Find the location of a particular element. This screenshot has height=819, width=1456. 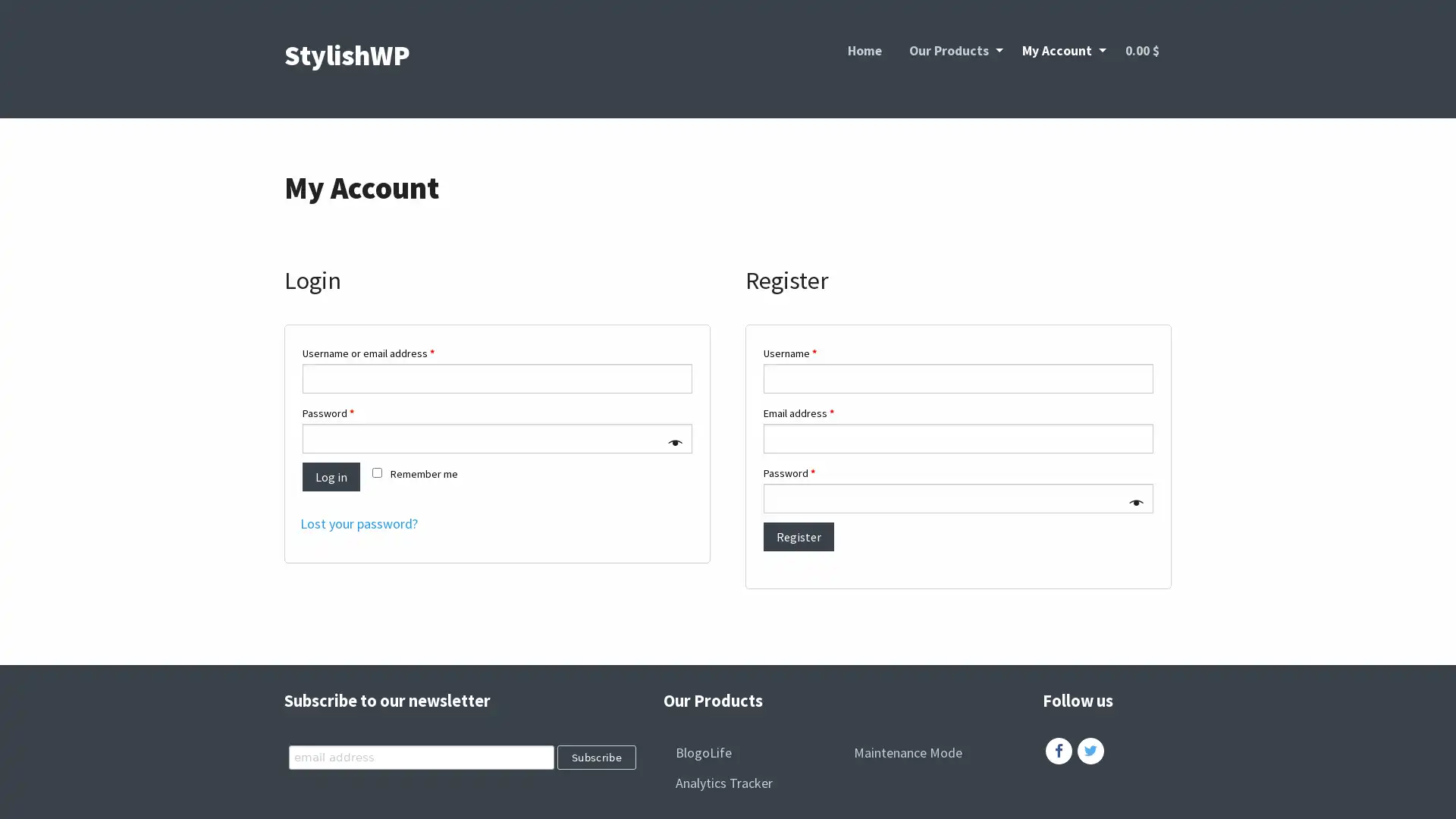

Log in is located at coordinates (330, 475).